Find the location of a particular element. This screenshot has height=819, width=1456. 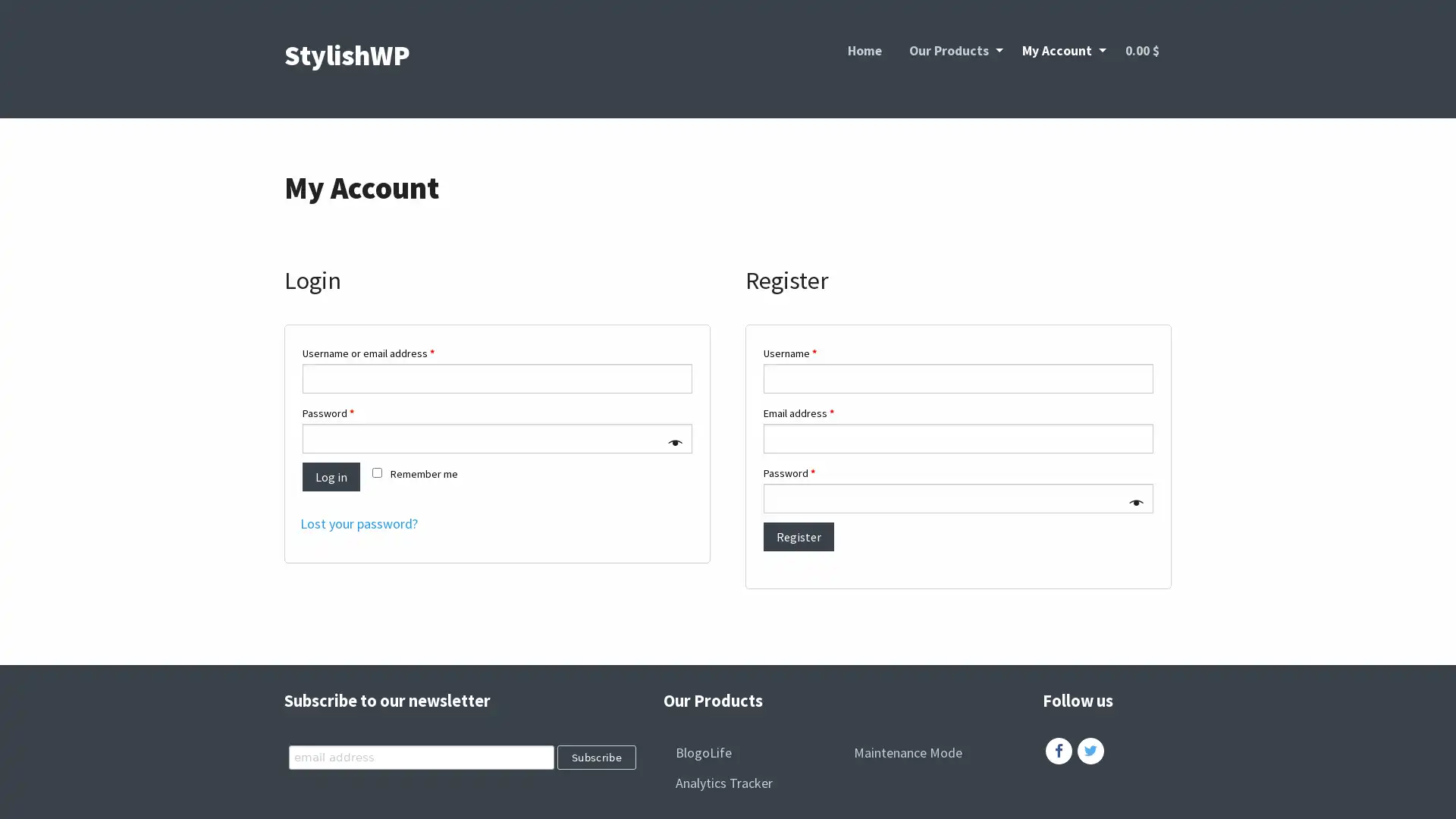

Log in is located at coordinates (330, 475).